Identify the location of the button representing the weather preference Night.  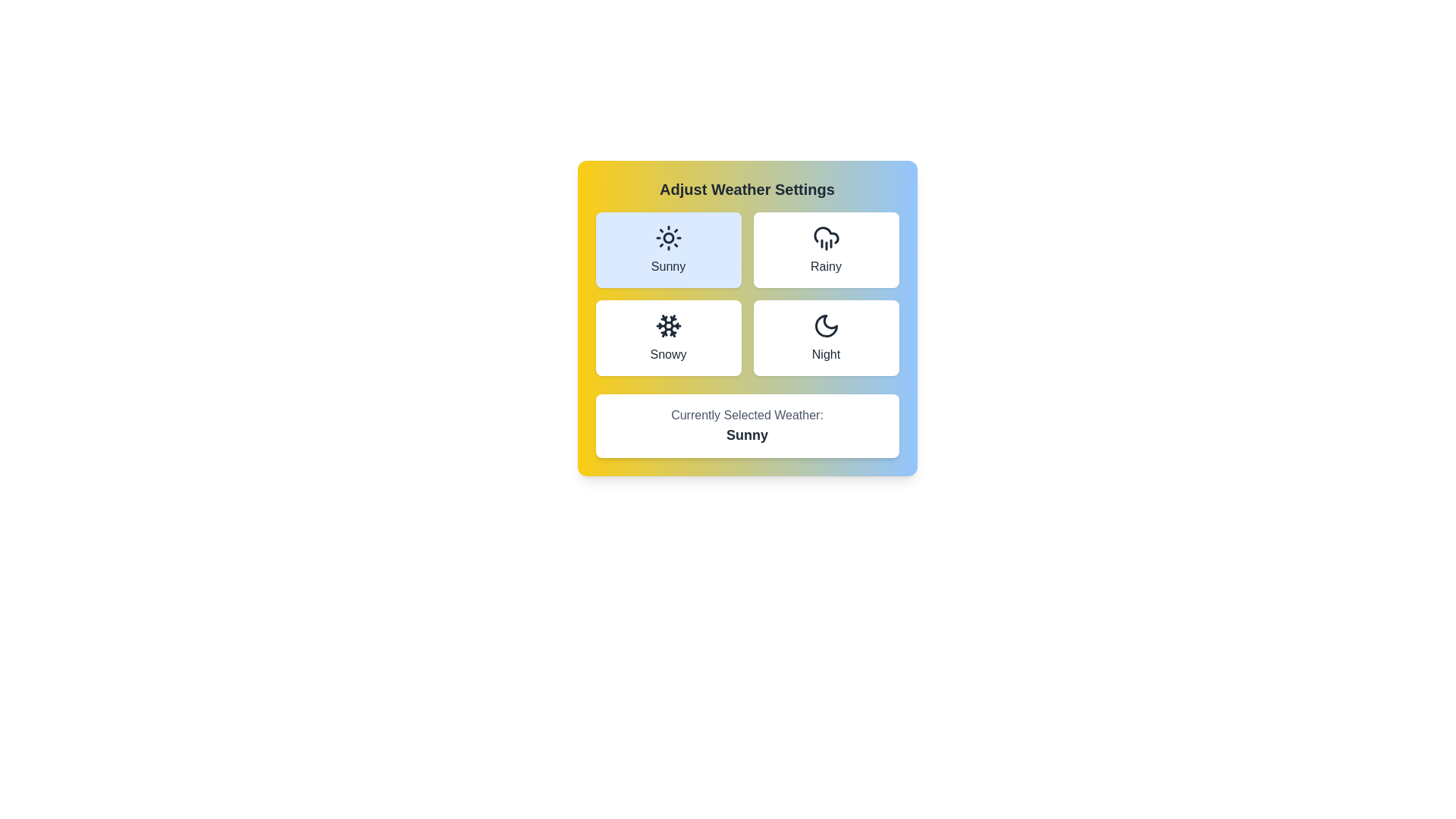
(825, 337).